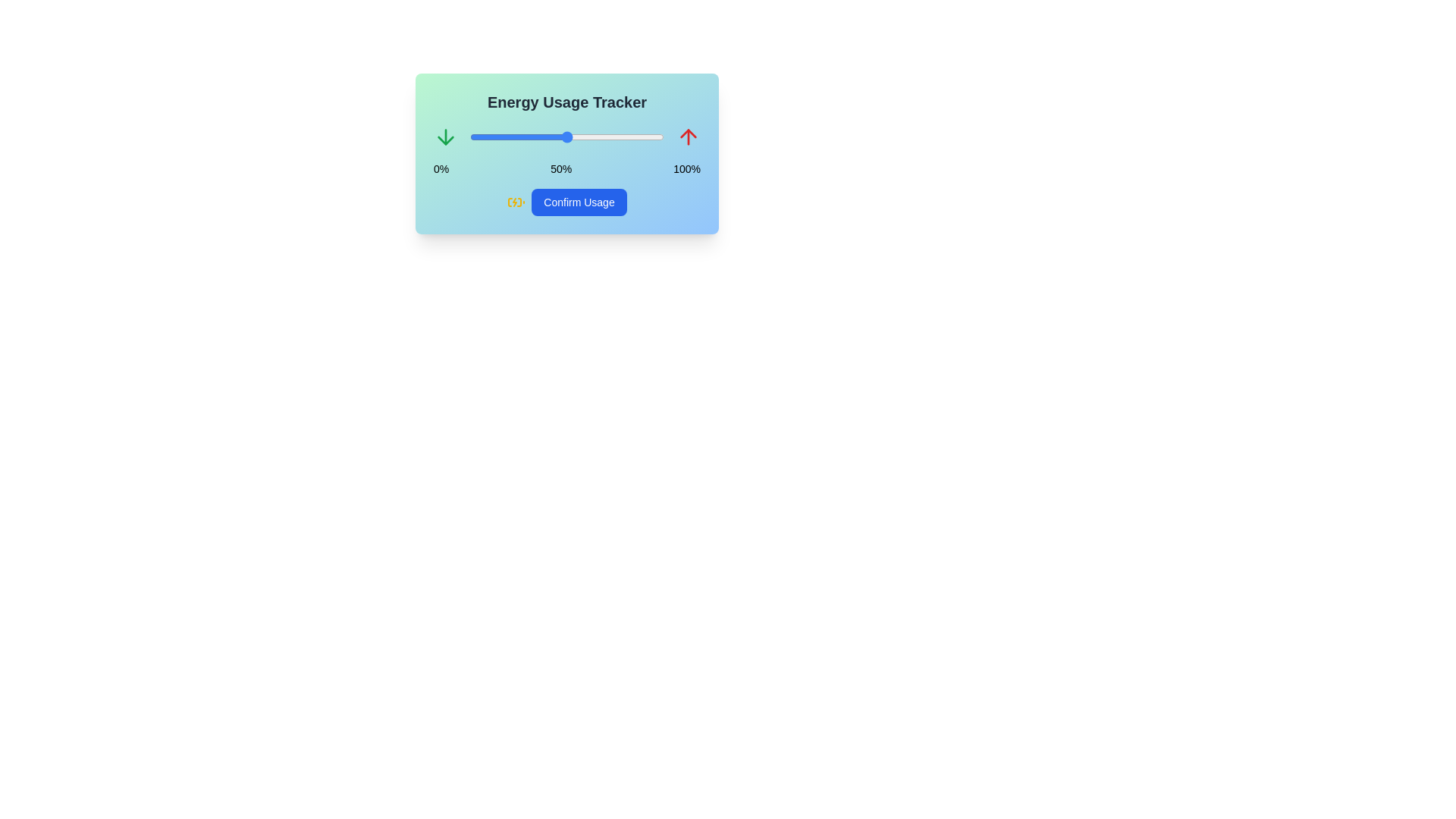 The image size is (1456, 819). What do you see at coordinates (645, 137) in the screenshot?
I see `the energy usage slider to 90%` at bounding box center [645, 137].